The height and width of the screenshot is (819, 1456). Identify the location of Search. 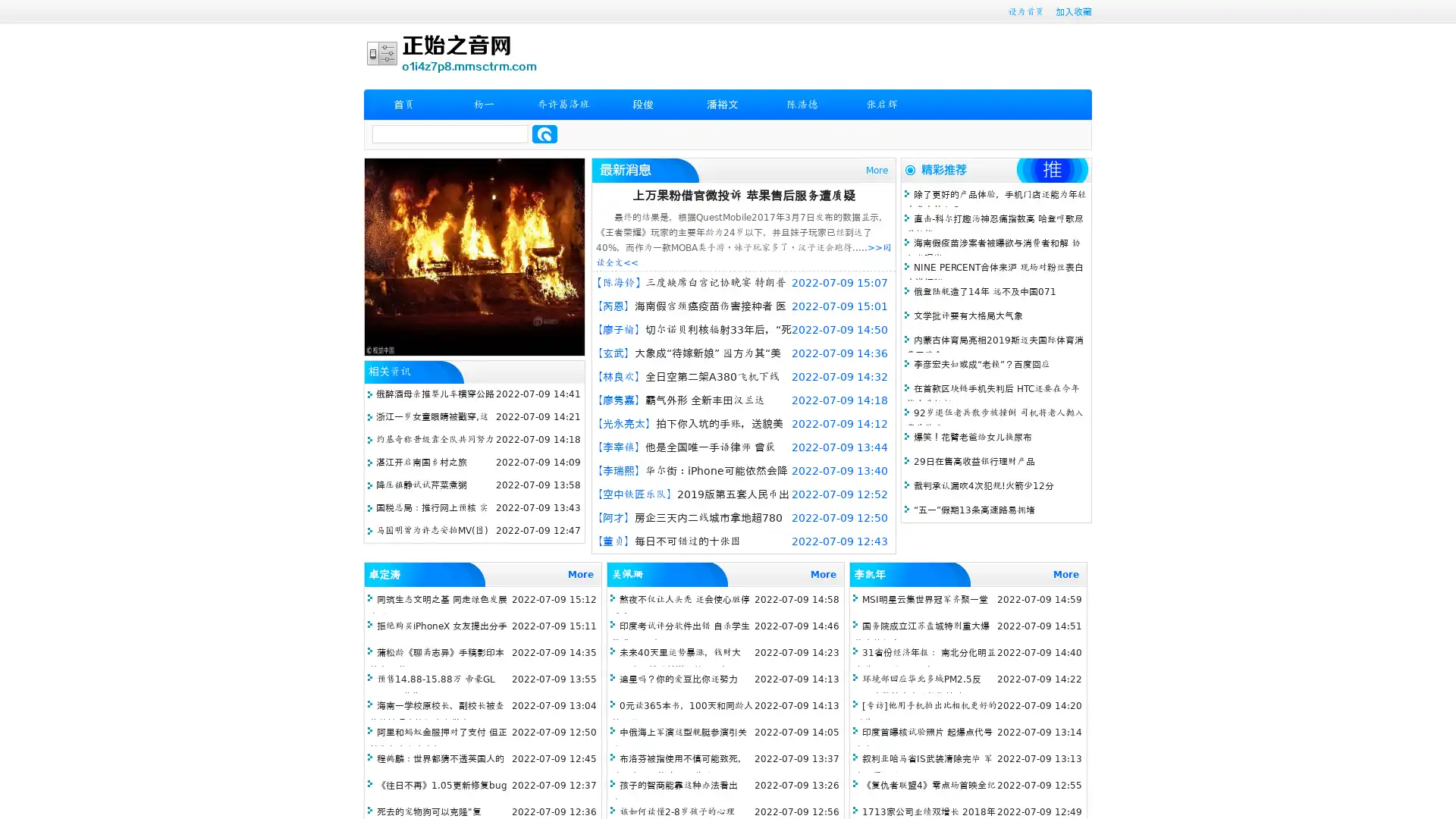
(544, 133).